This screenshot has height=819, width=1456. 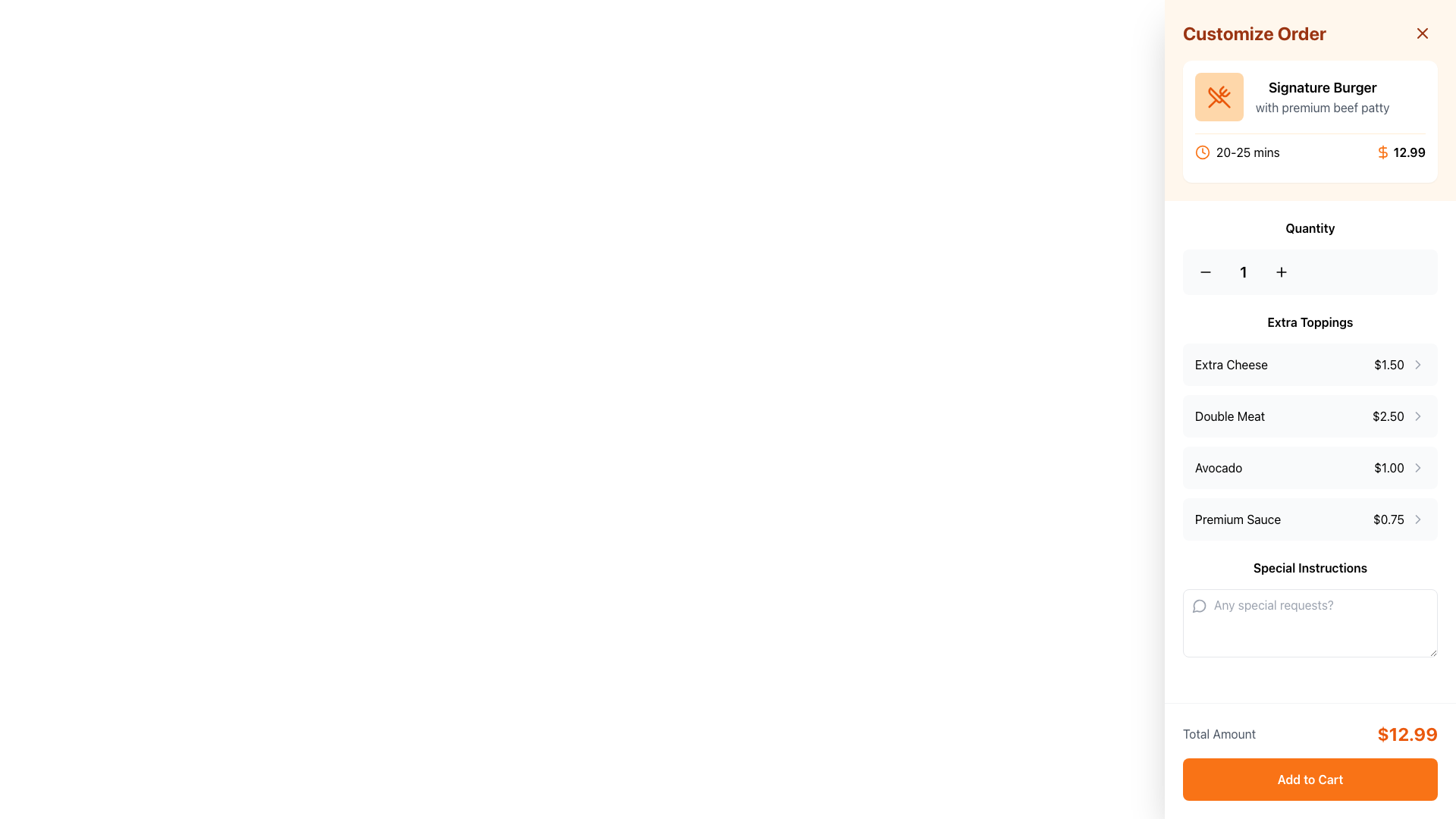 What do you see at coordinates (1399, 365) in the screenshot?
I see `the text element displaying '$1.50' with an adjacent right-pointing chevron icon, located in the 'Extra Toppings' section` at bounding box center [1399, 365].